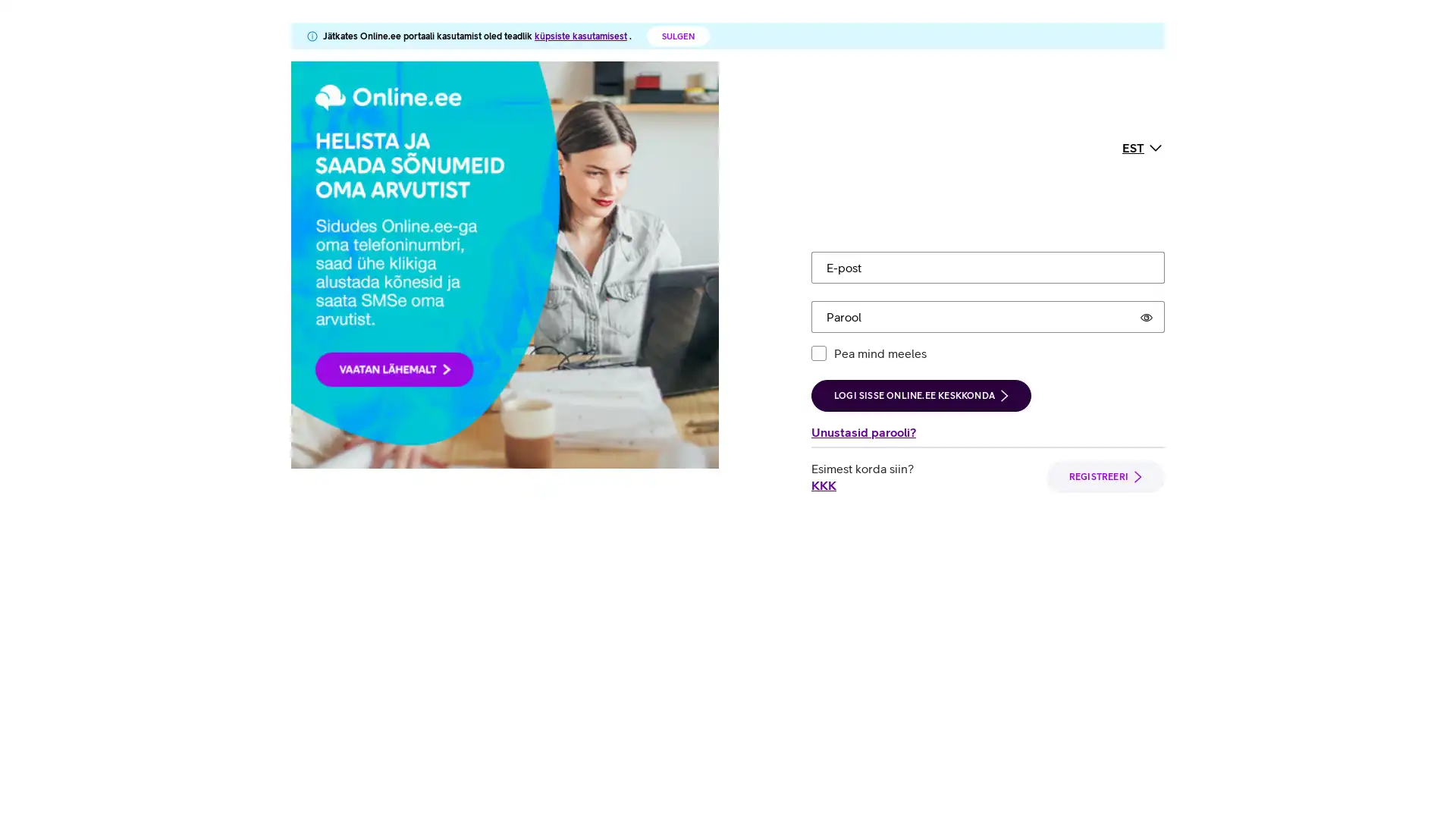  What do you see at coordinates (677, 35) in the screenshot?
I see `SULGEN` at bounding box center [677, 35].